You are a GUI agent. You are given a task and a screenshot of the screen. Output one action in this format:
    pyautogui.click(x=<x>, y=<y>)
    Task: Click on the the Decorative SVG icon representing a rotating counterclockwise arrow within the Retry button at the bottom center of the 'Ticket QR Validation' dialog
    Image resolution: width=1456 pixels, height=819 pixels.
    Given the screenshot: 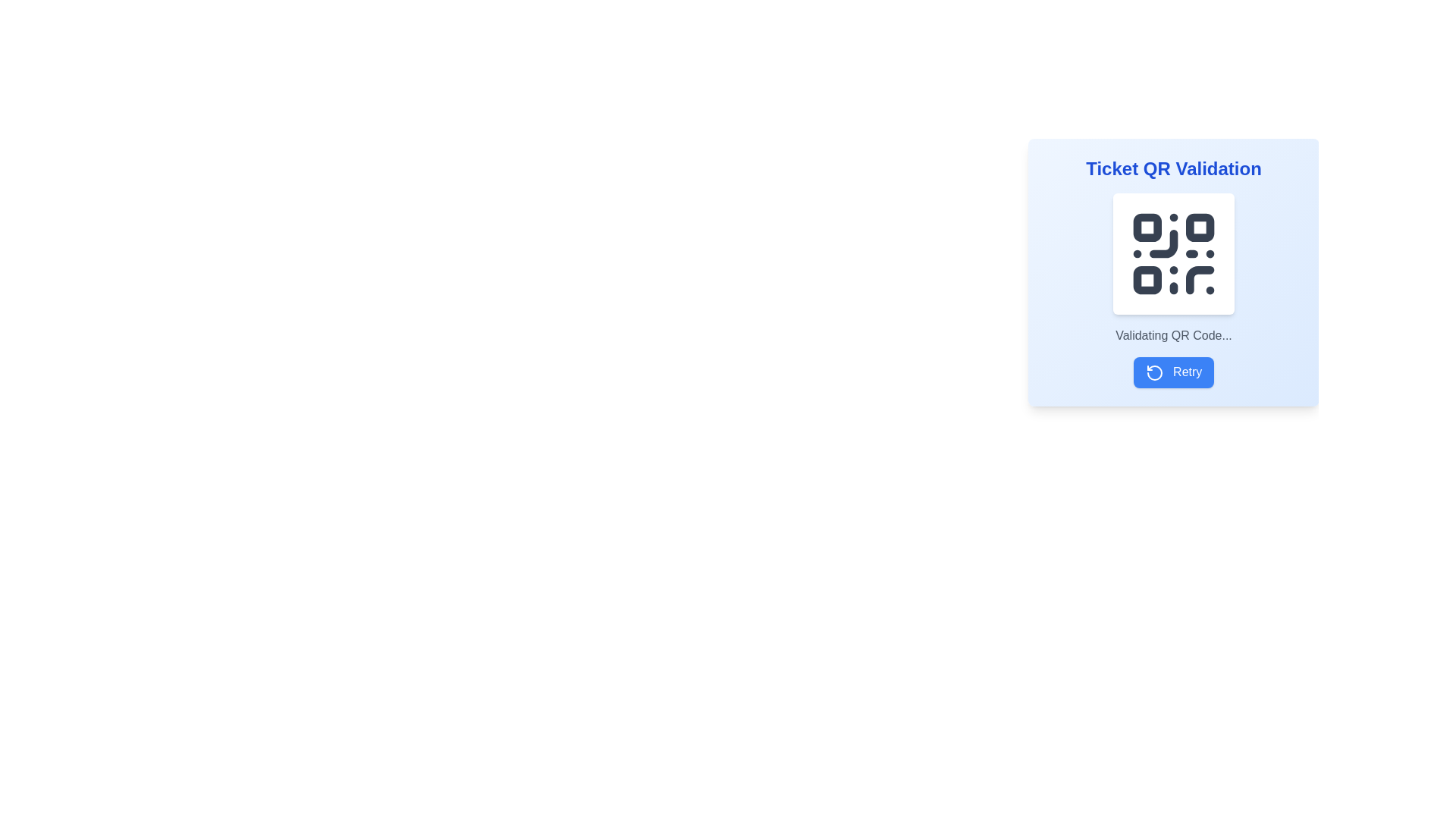 What is the action you would take?
    pyautogui.click(x=1153, y=372)
    